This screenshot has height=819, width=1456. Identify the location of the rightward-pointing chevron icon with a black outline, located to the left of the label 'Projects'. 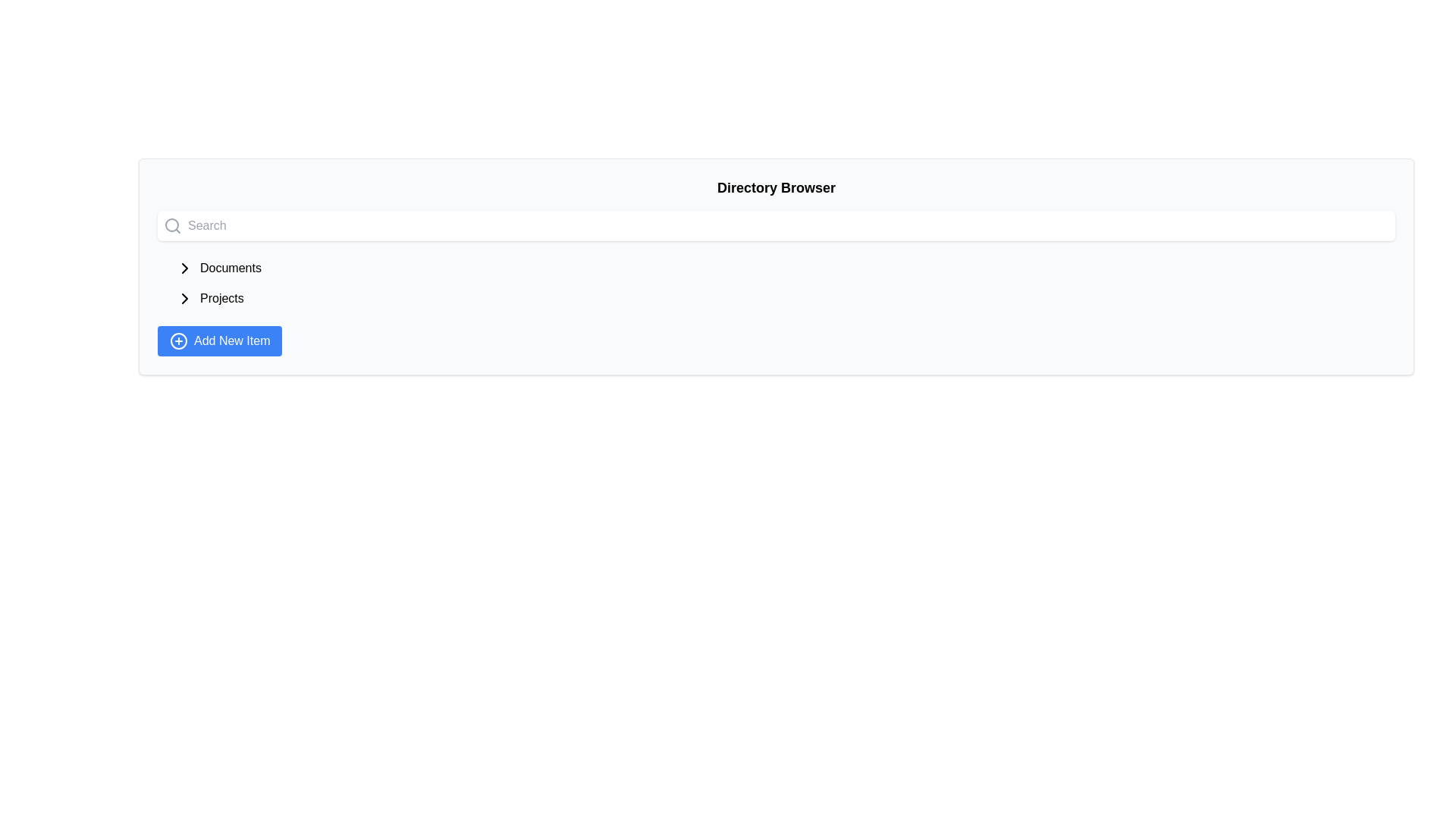
(184, 298).